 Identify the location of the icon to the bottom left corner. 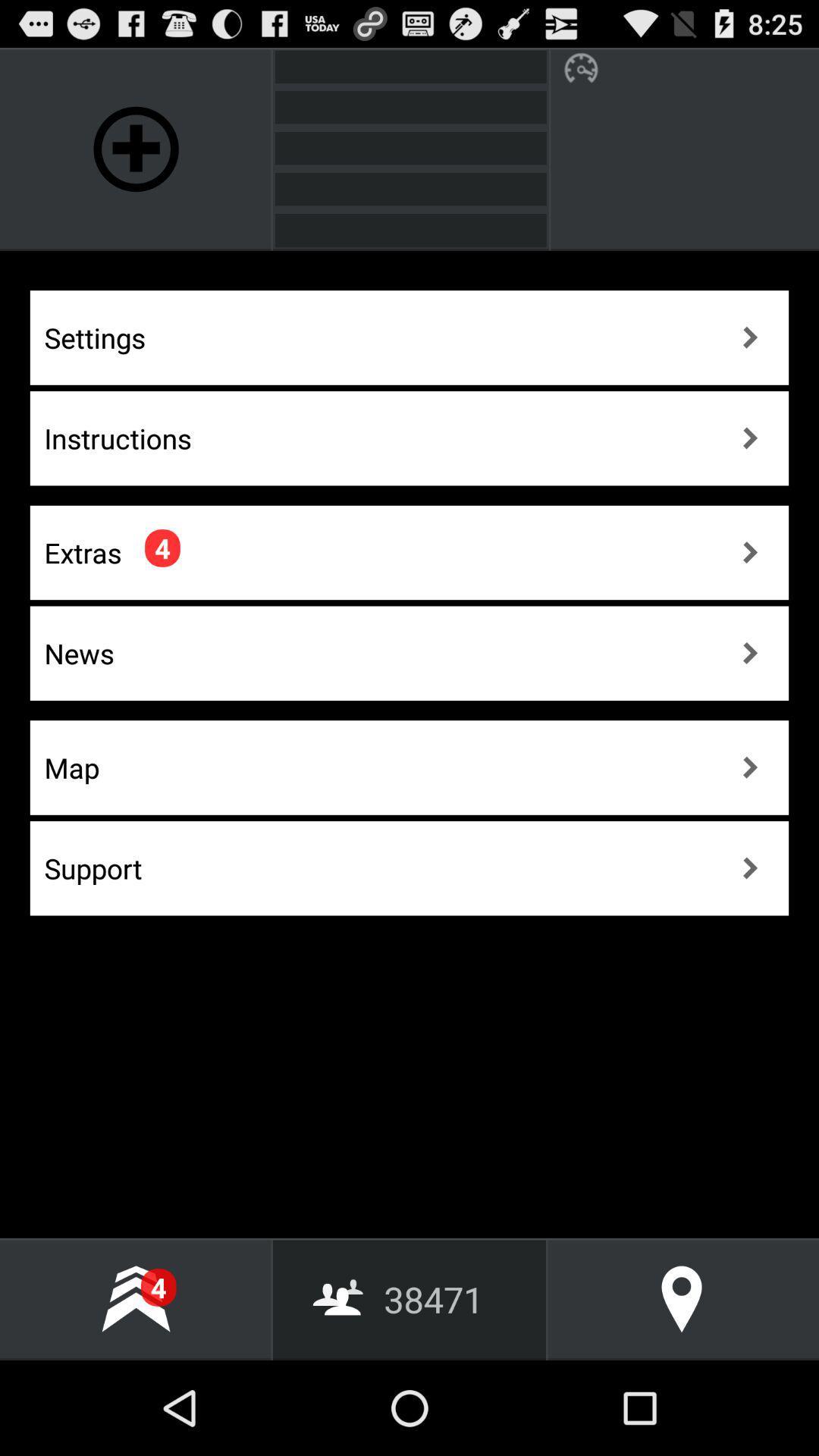
(135, 1298).